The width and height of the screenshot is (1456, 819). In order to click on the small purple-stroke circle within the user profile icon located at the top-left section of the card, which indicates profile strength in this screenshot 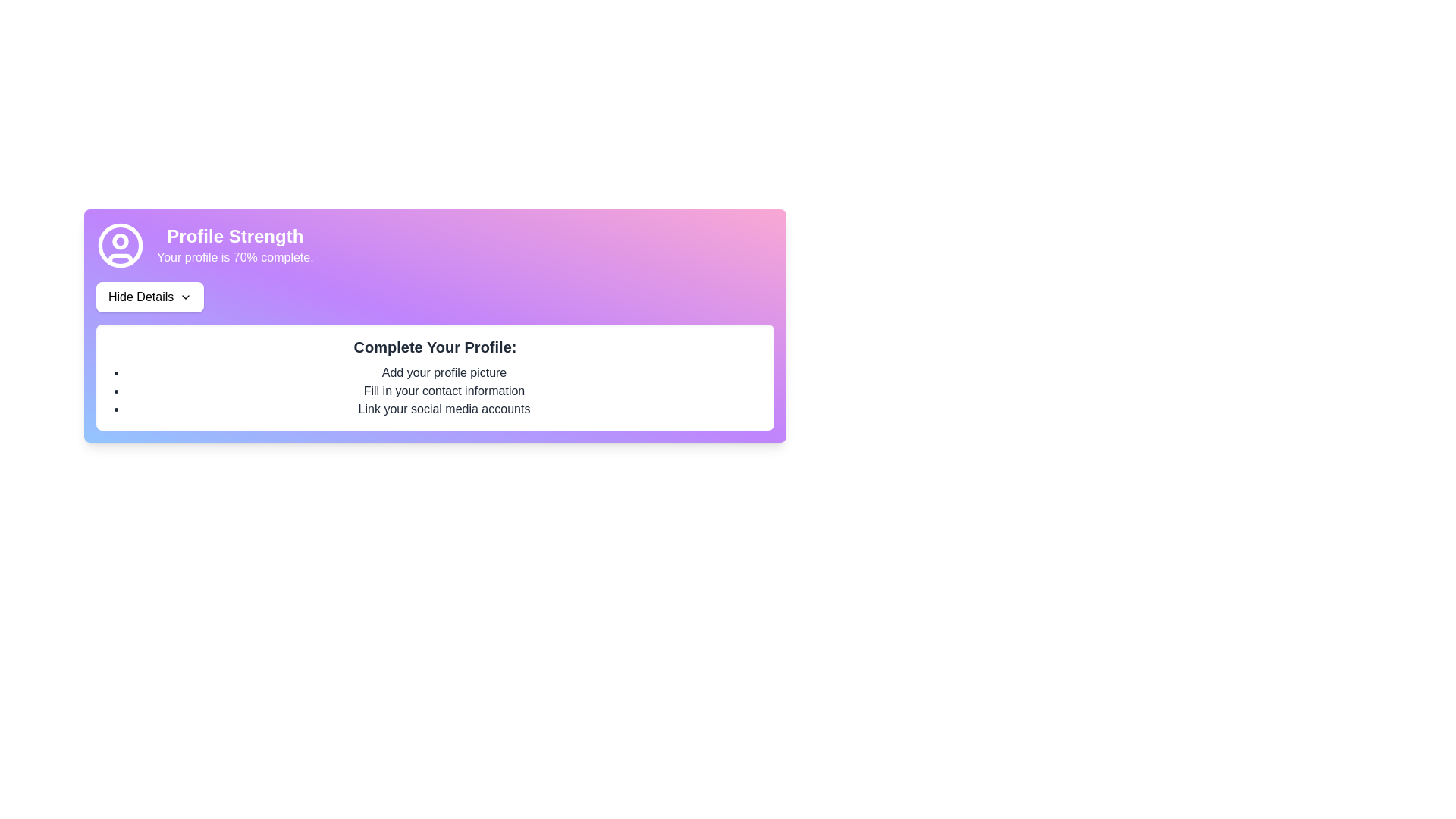, I will do `click(119, 240)`.